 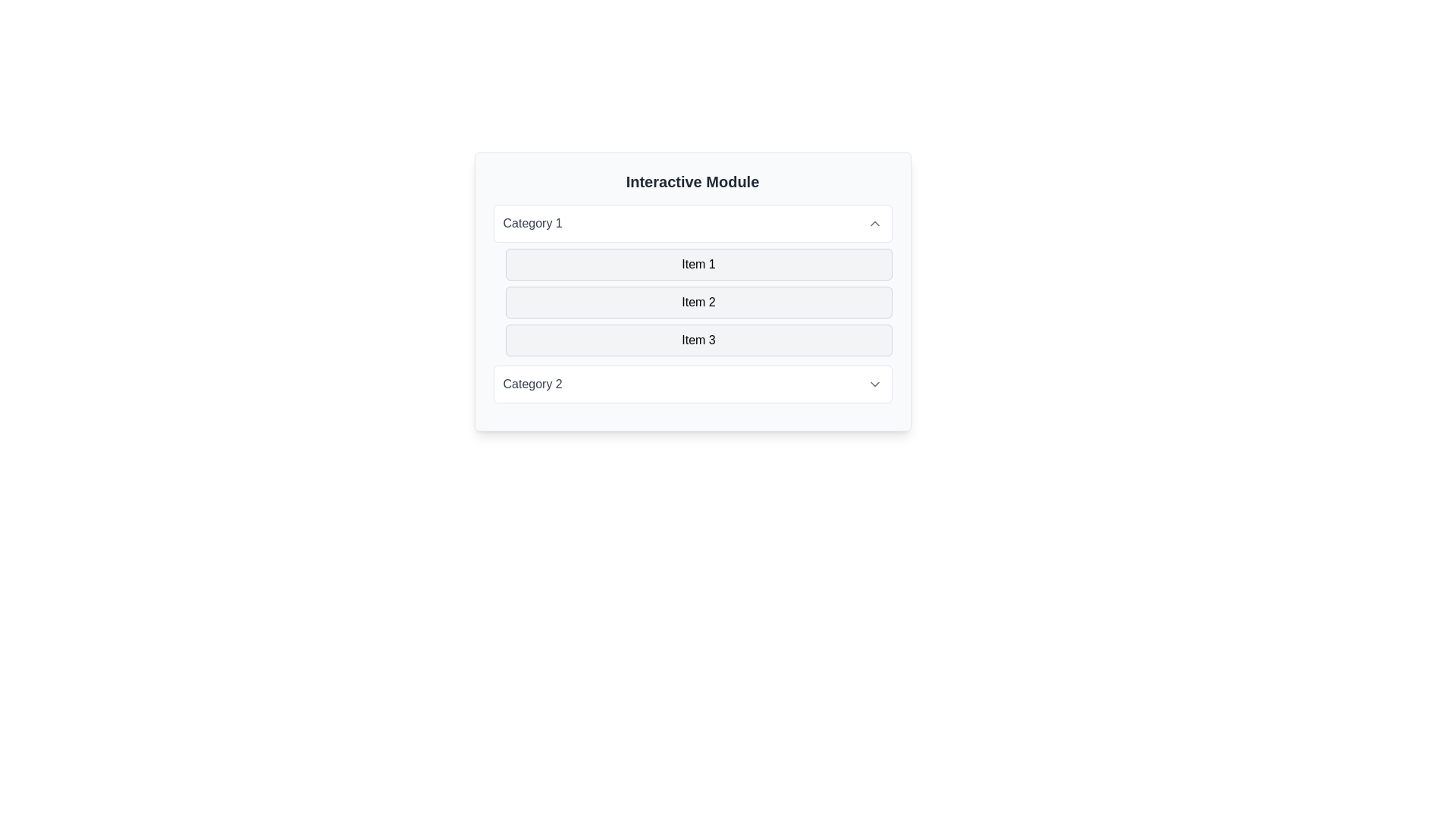 I want to click on the text label displaying 'Category 1' which is inside a white rounded rectangle with a subtle border, located above a list of items, so click(x=532, y=223).